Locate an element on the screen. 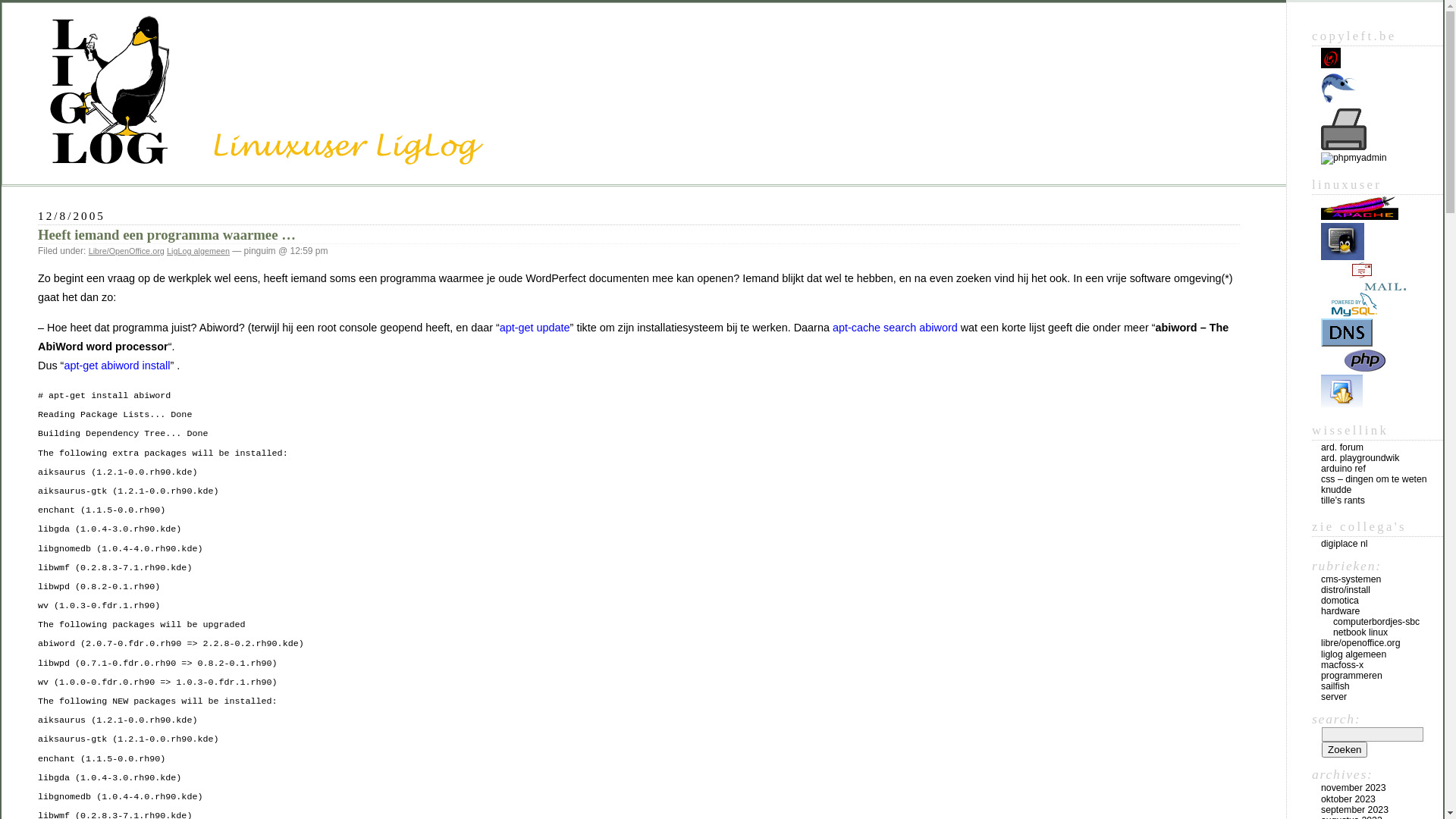  'september 2023' is located at coordinates (1354, 809).